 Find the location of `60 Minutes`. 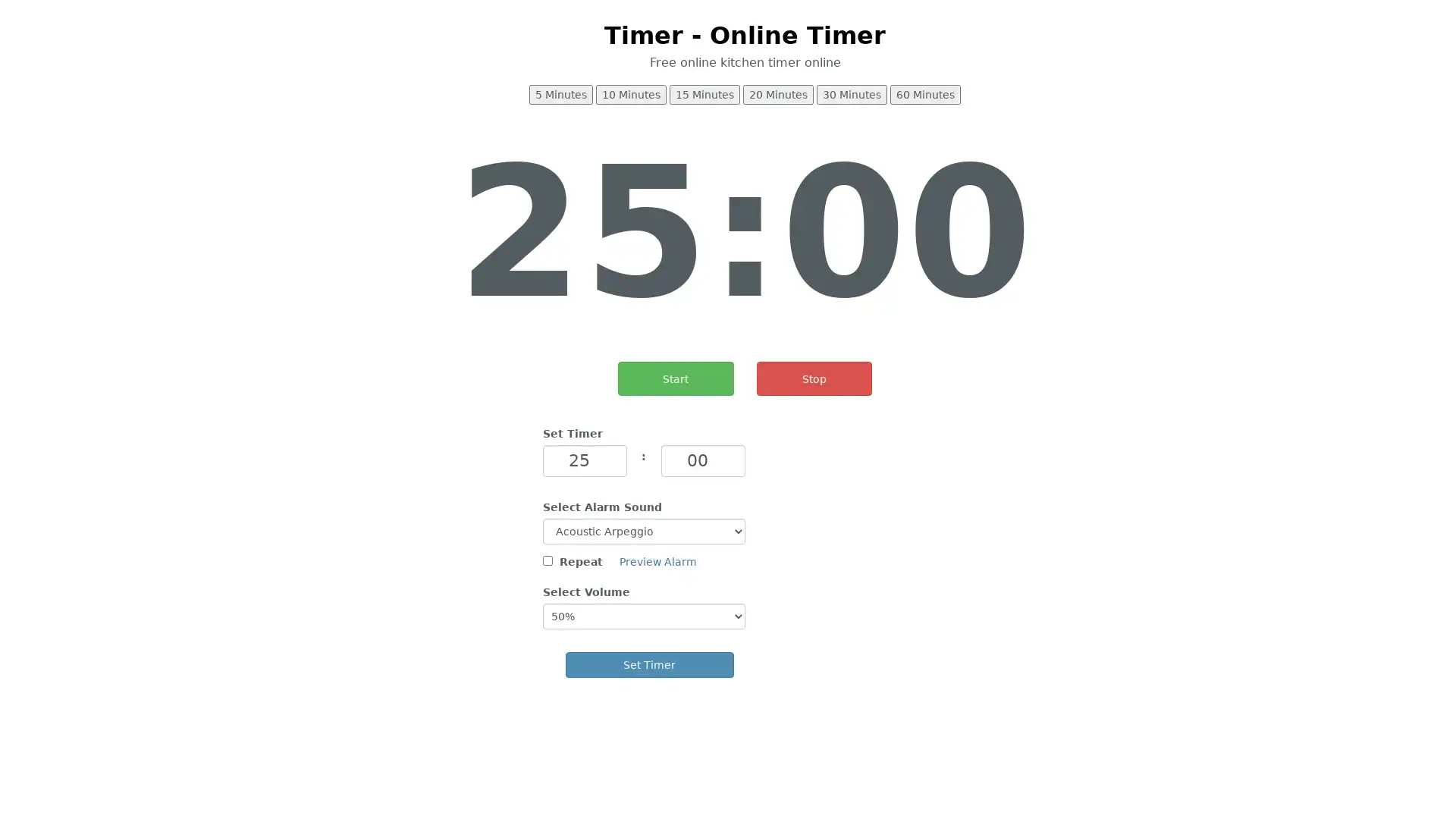

60 Minutes is located at coordinates (924, 93).